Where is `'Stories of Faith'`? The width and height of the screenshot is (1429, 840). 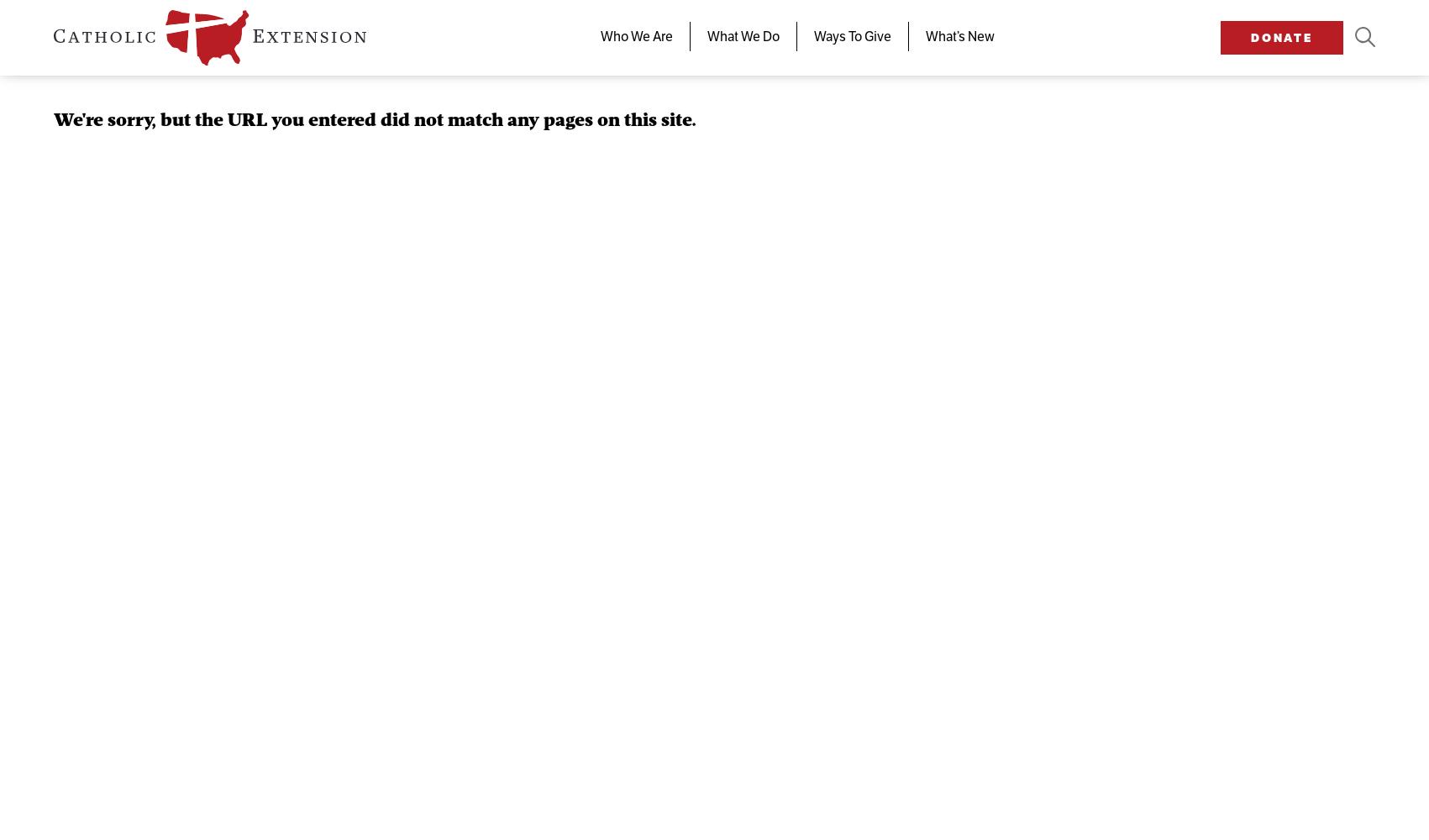
'Stories of Faith' is located at coordinates (924, 113).